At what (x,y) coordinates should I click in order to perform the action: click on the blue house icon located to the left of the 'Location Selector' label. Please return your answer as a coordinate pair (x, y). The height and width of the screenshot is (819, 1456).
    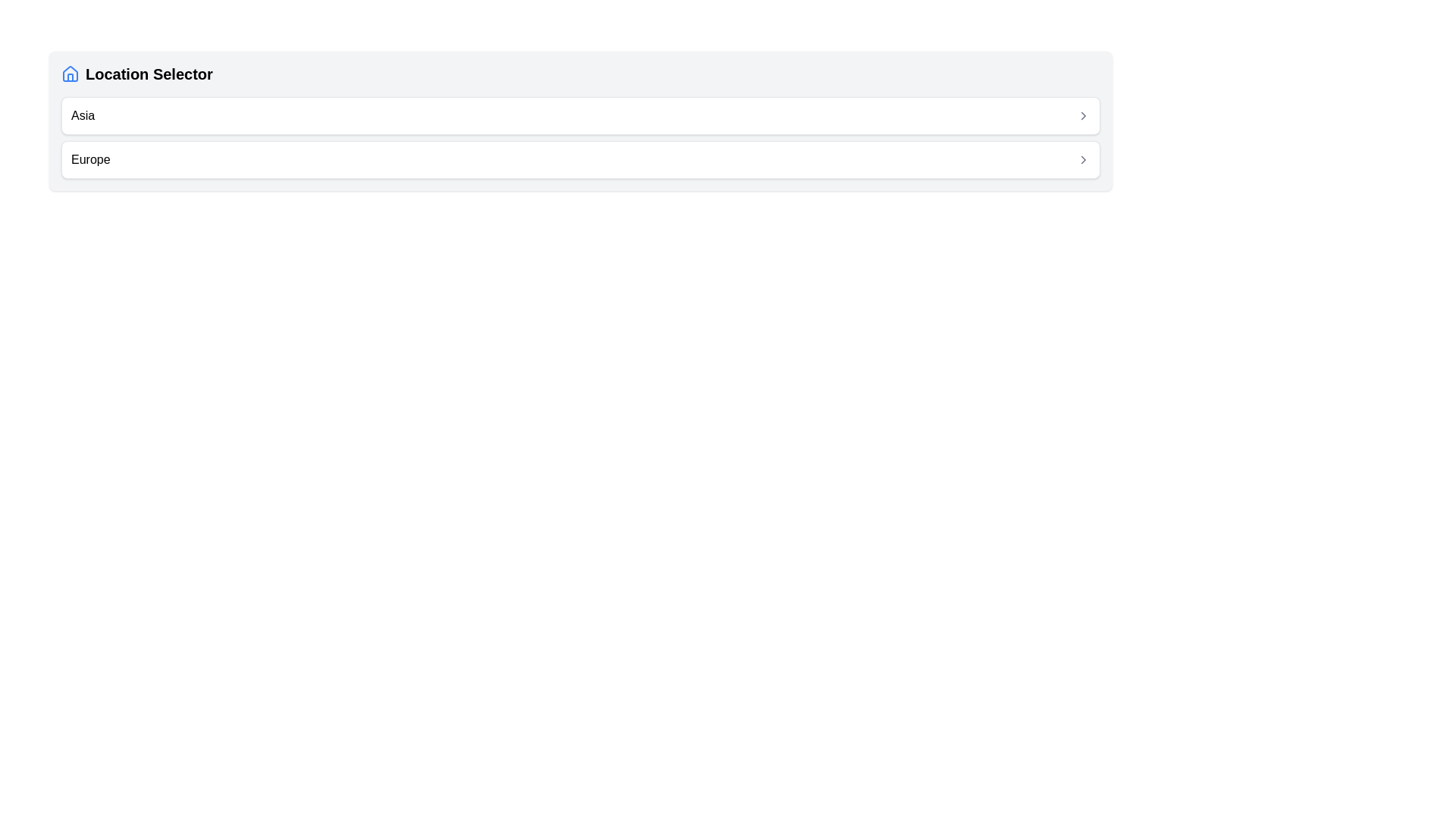
    Looking at the image, I should click on (69, 74).